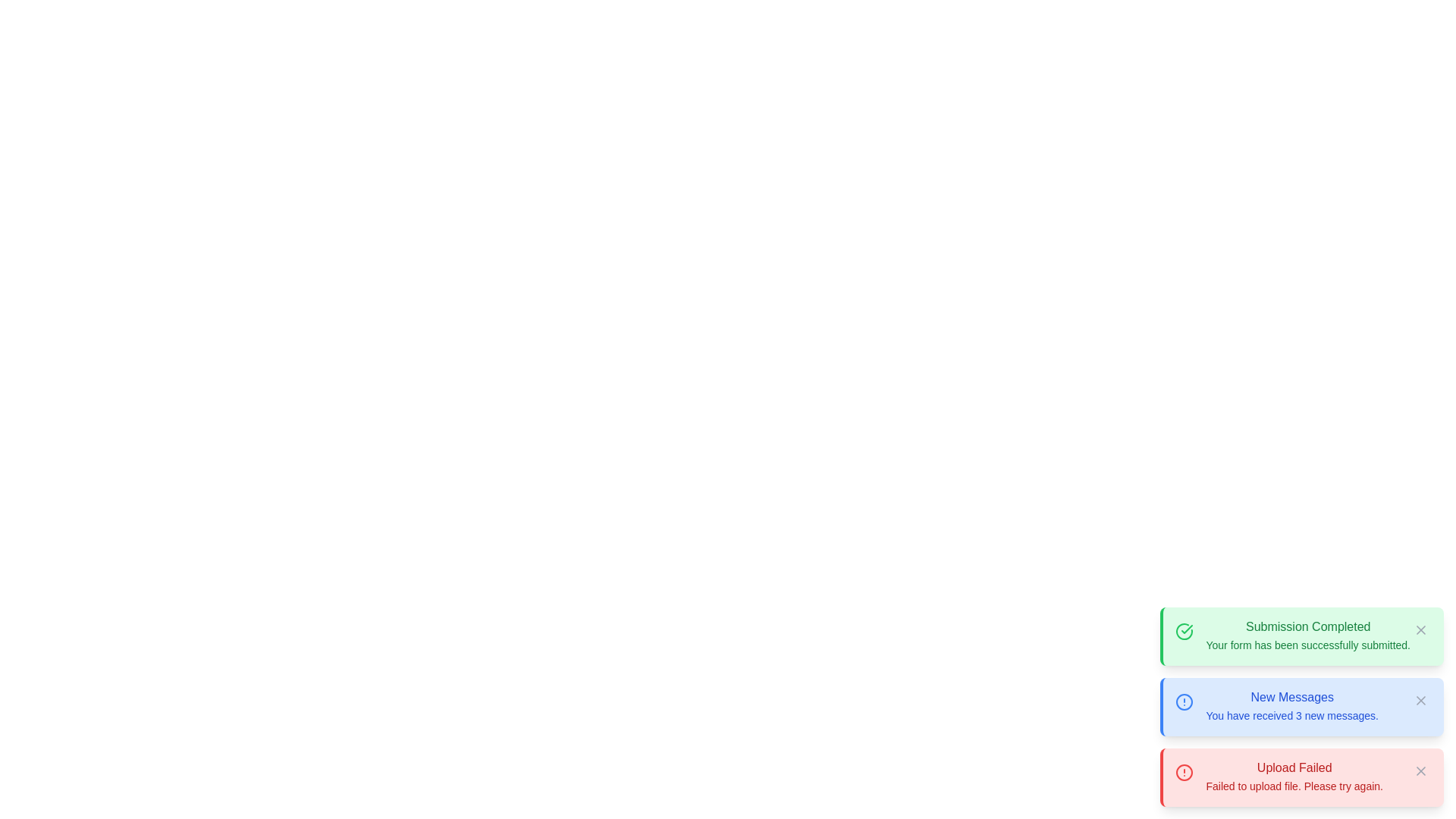  Describe the element at coordinates (1420, 771) in the screenshot. I see `the small red 'X' button located at the far right side of the 'Upload Failed' error message box` at that location.